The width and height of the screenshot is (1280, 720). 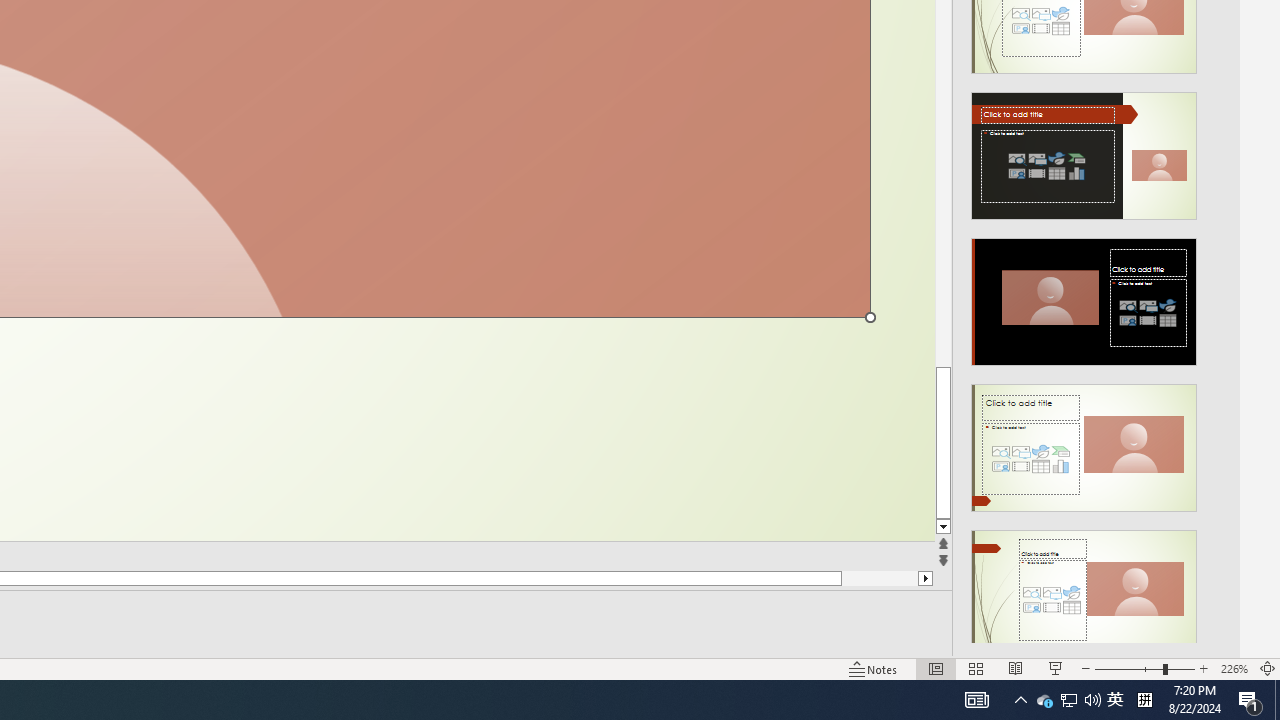 I want to click on 'Zoom 226%', so click(x=1233, y=669).